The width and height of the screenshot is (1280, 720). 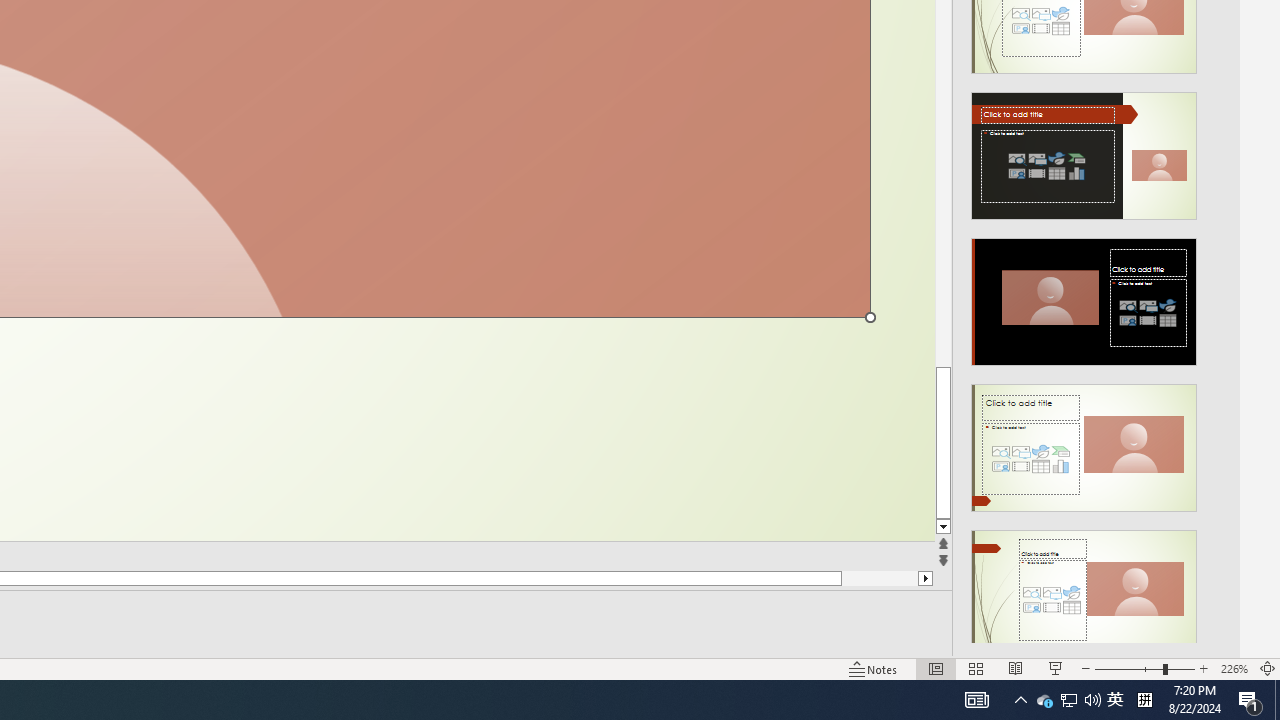 I want to click on 'Zoom 226%', so click(x=1233, y=669).